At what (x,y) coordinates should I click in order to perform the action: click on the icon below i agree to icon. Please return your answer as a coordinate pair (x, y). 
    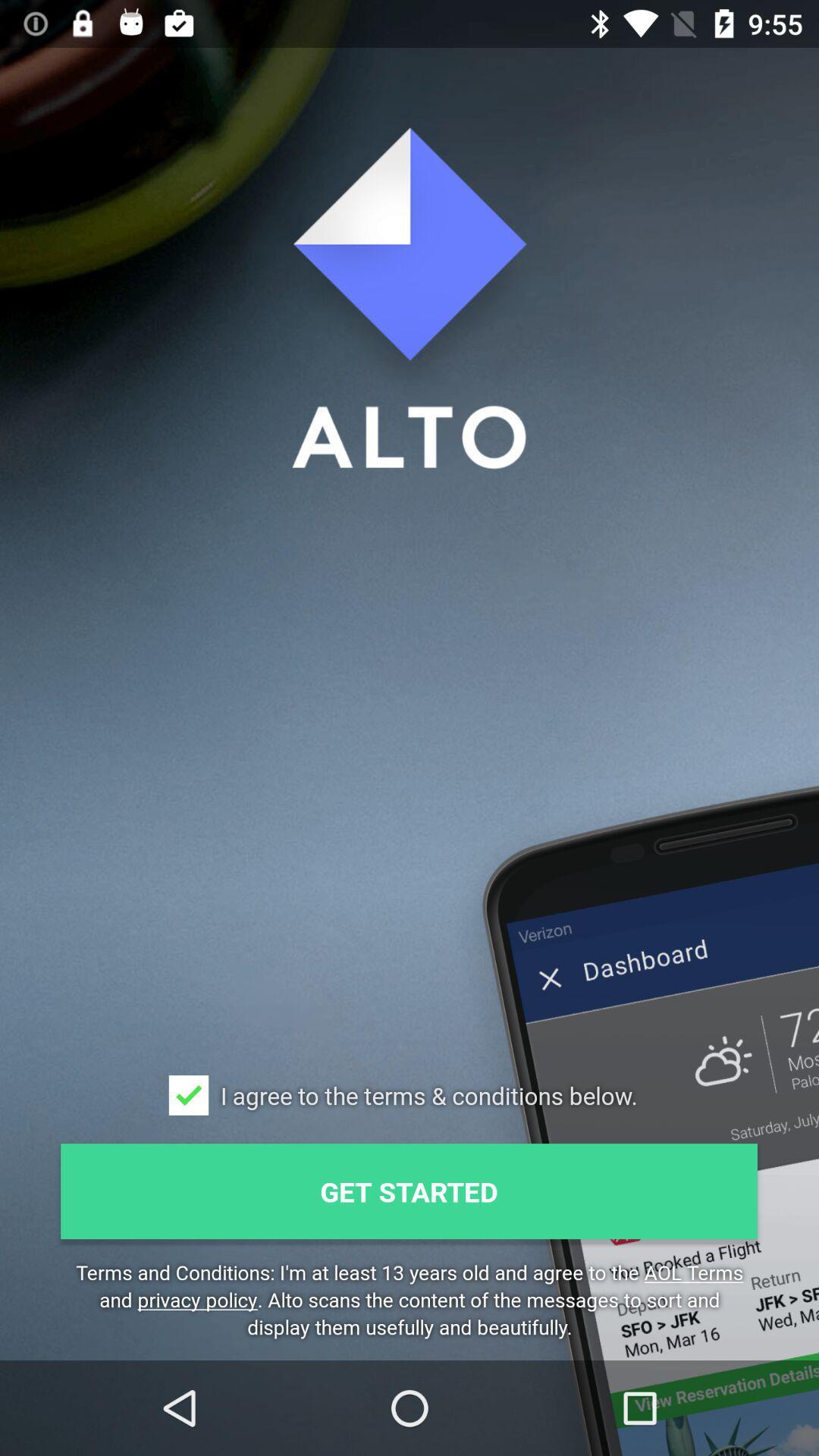
    Looking at the image, I should click on (408, 1191).